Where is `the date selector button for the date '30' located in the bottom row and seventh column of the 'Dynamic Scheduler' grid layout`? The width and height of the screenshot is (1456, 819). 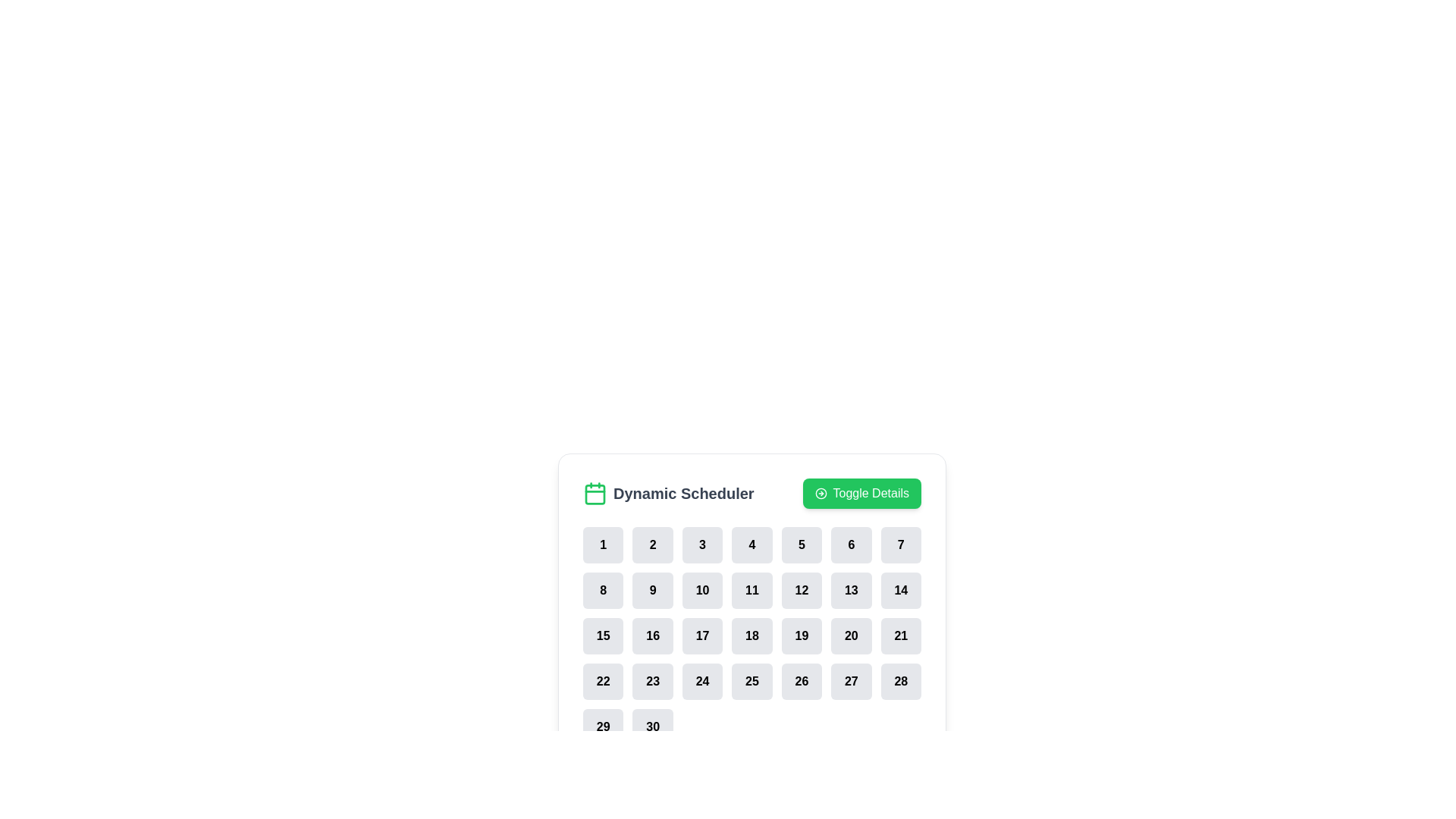
the date selector button for the date '30' located in the bottom row and seventh column of the 'Dynamic Scheduler' grid layout is located at coordinates (653, 726).